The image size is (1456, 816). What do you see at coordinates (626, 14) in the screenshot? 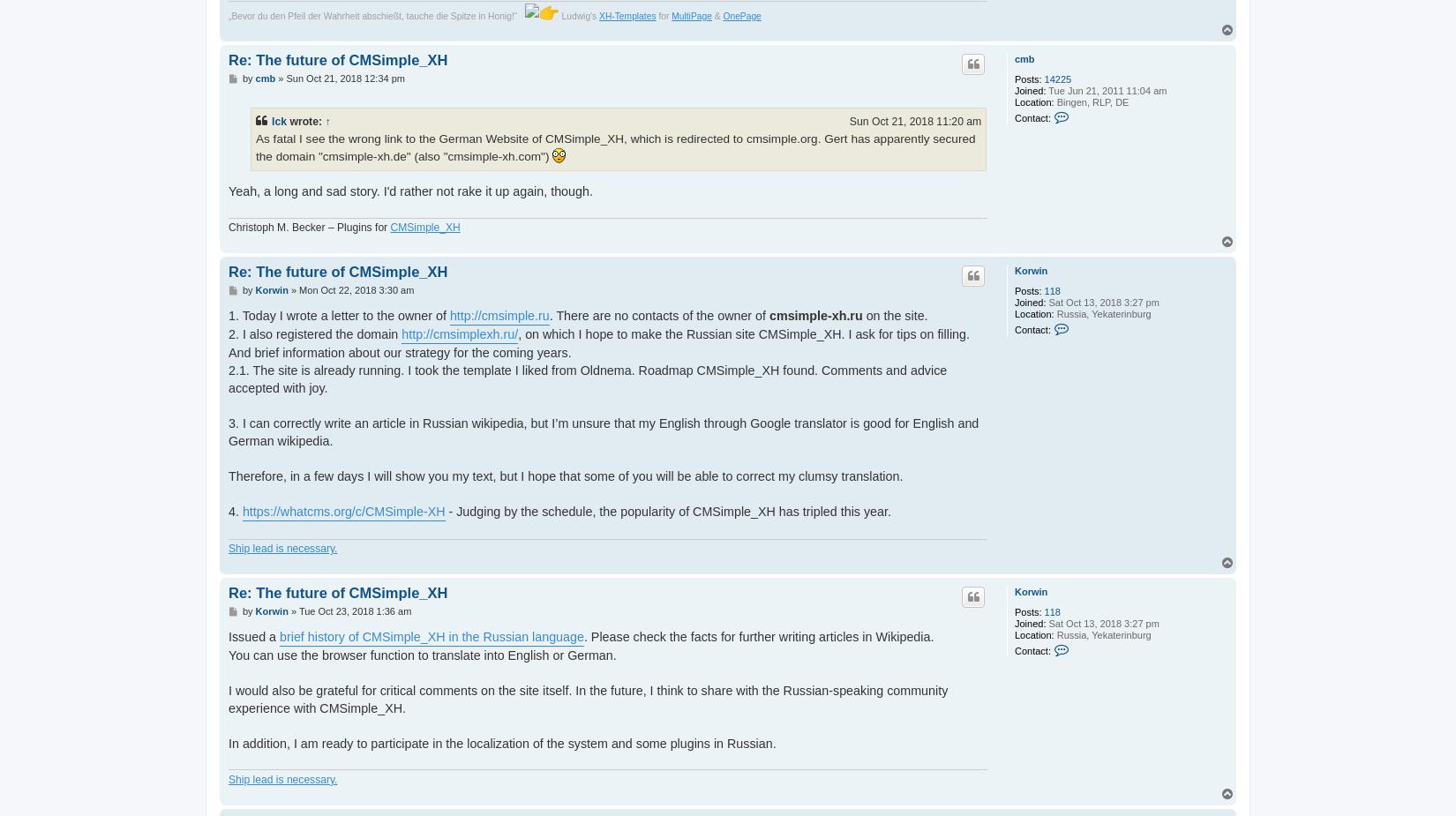
I see `'XH-Templates'` at bounding box center [626, 14].